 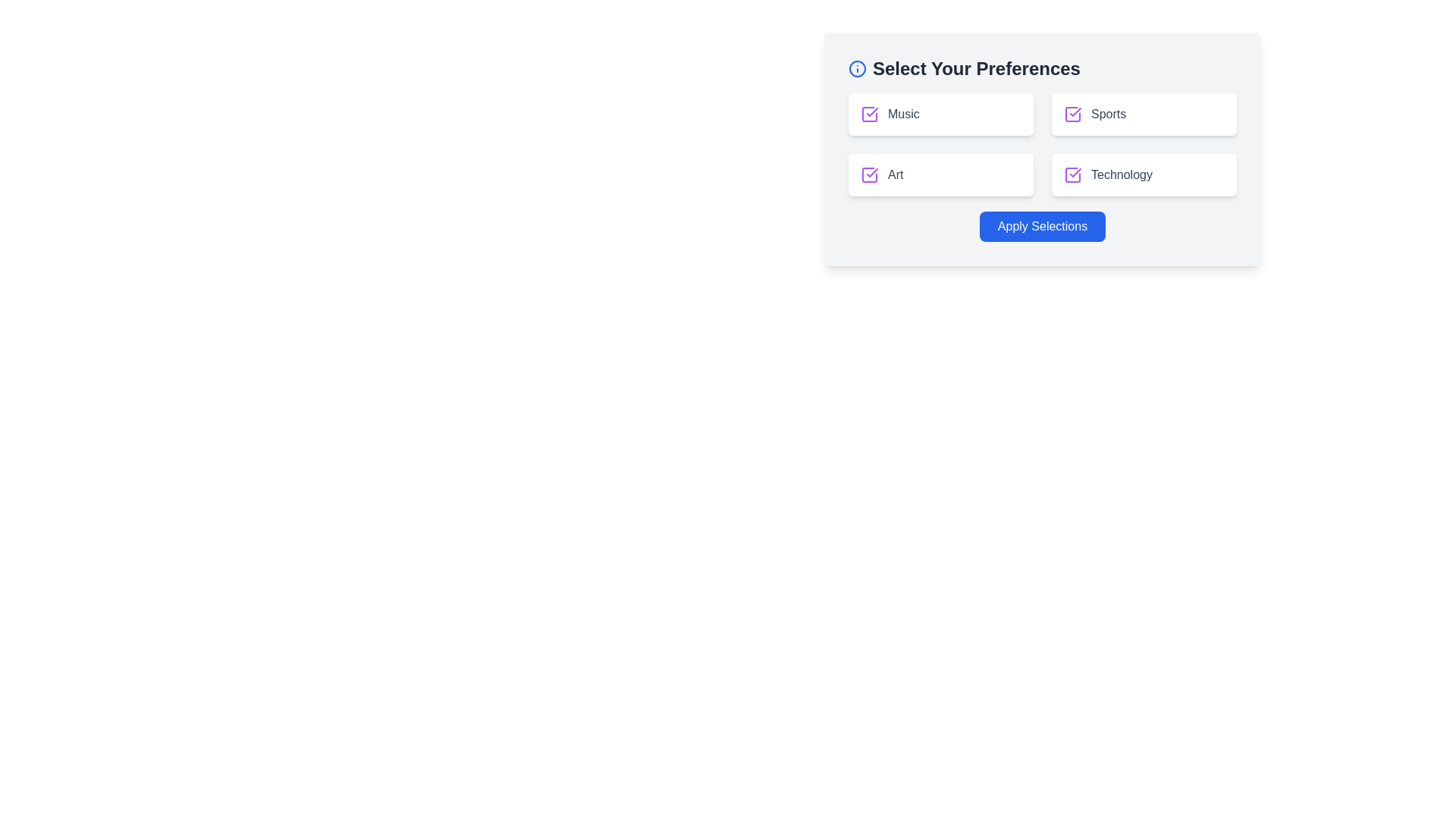 I want to click on the 'Music' checkbox option within the 'Select Your Preferences' interface to prepare for interaction, so click(x=940, y=113).